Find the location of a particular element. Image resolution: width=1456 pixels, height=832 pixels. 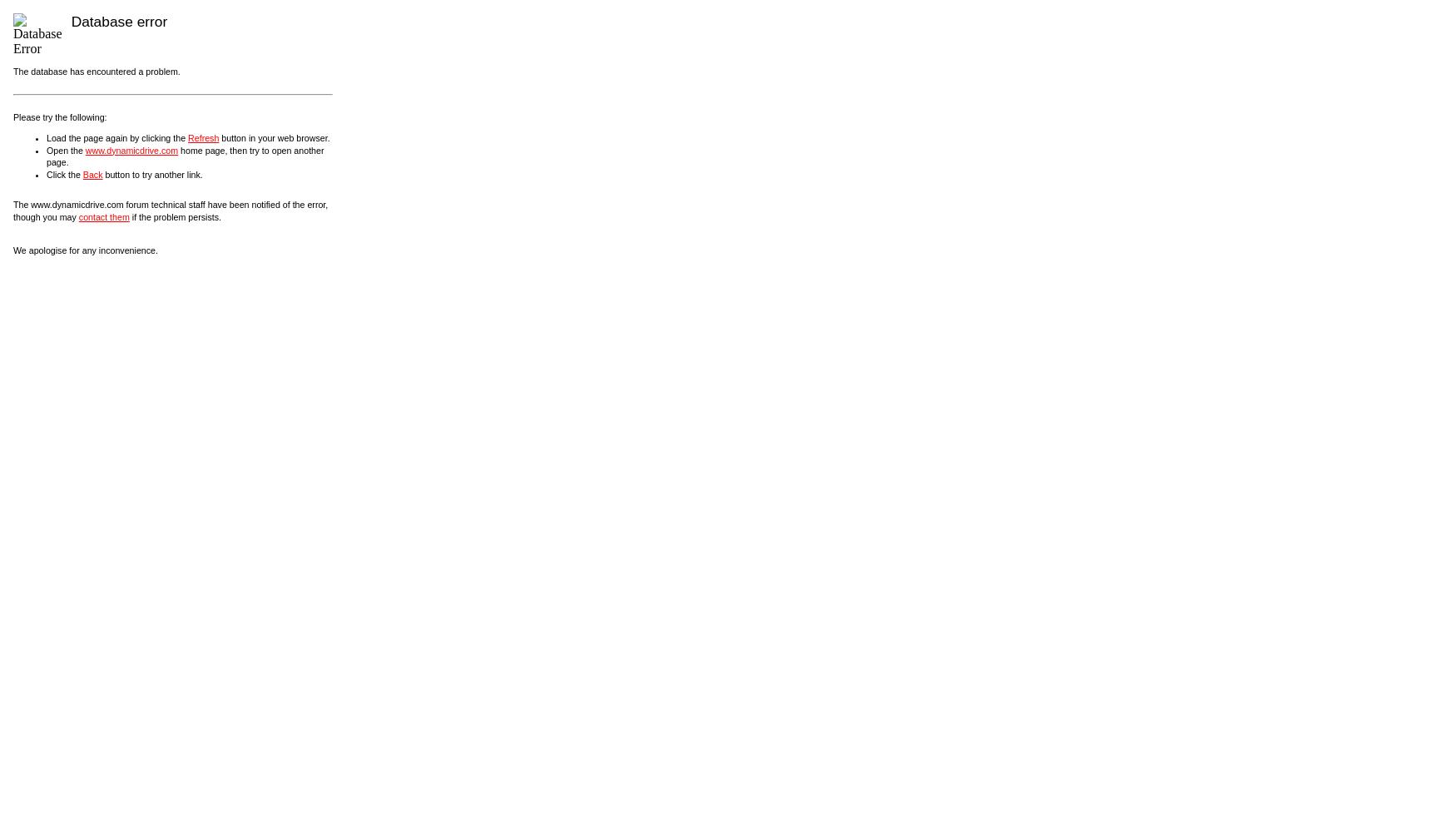

'We apologise for any inconvenience.' is located at coordinates (12, 250).